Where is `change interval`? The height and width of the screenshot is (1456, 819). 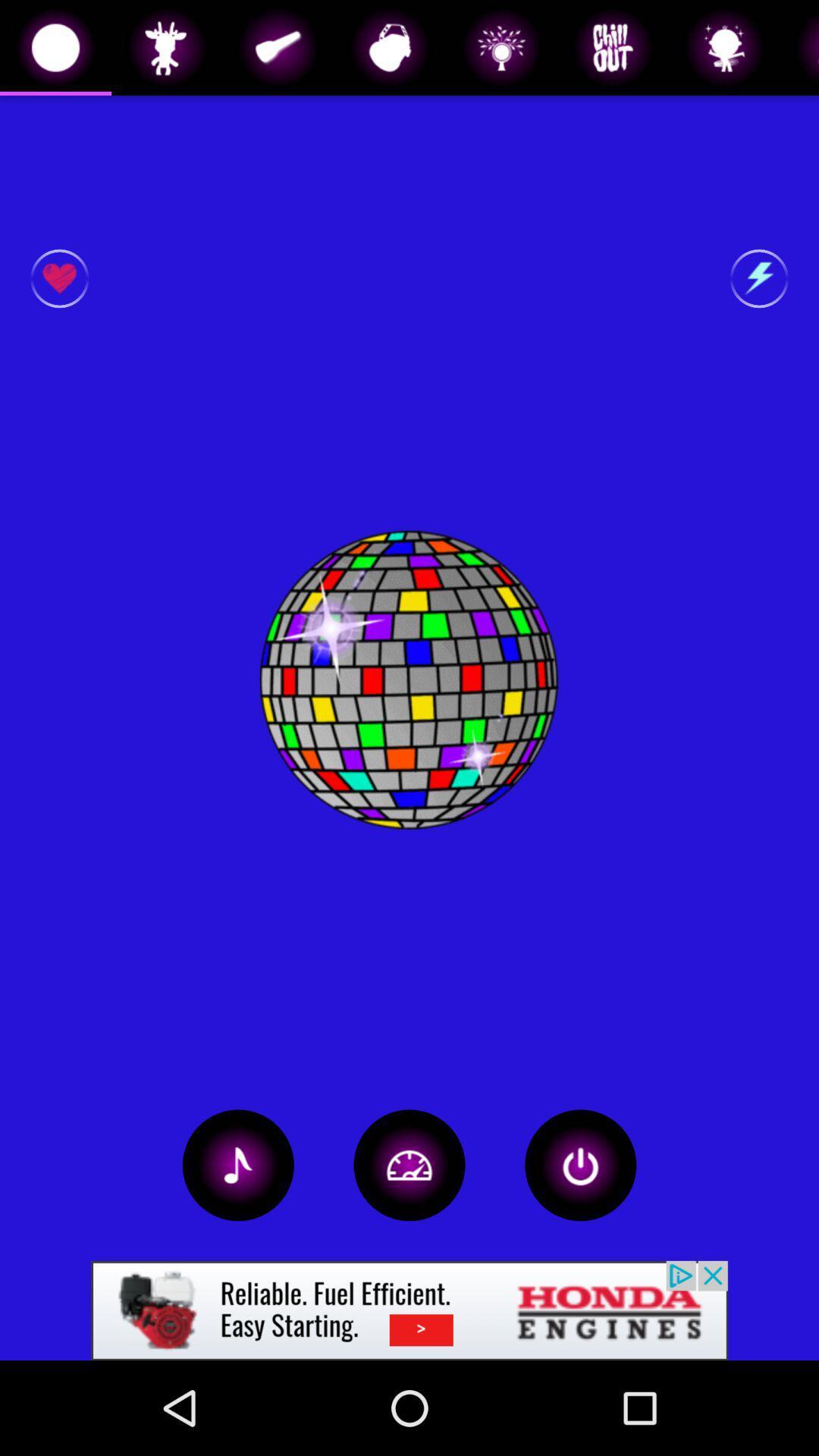 change interval is located at coordinates (409, 1164).